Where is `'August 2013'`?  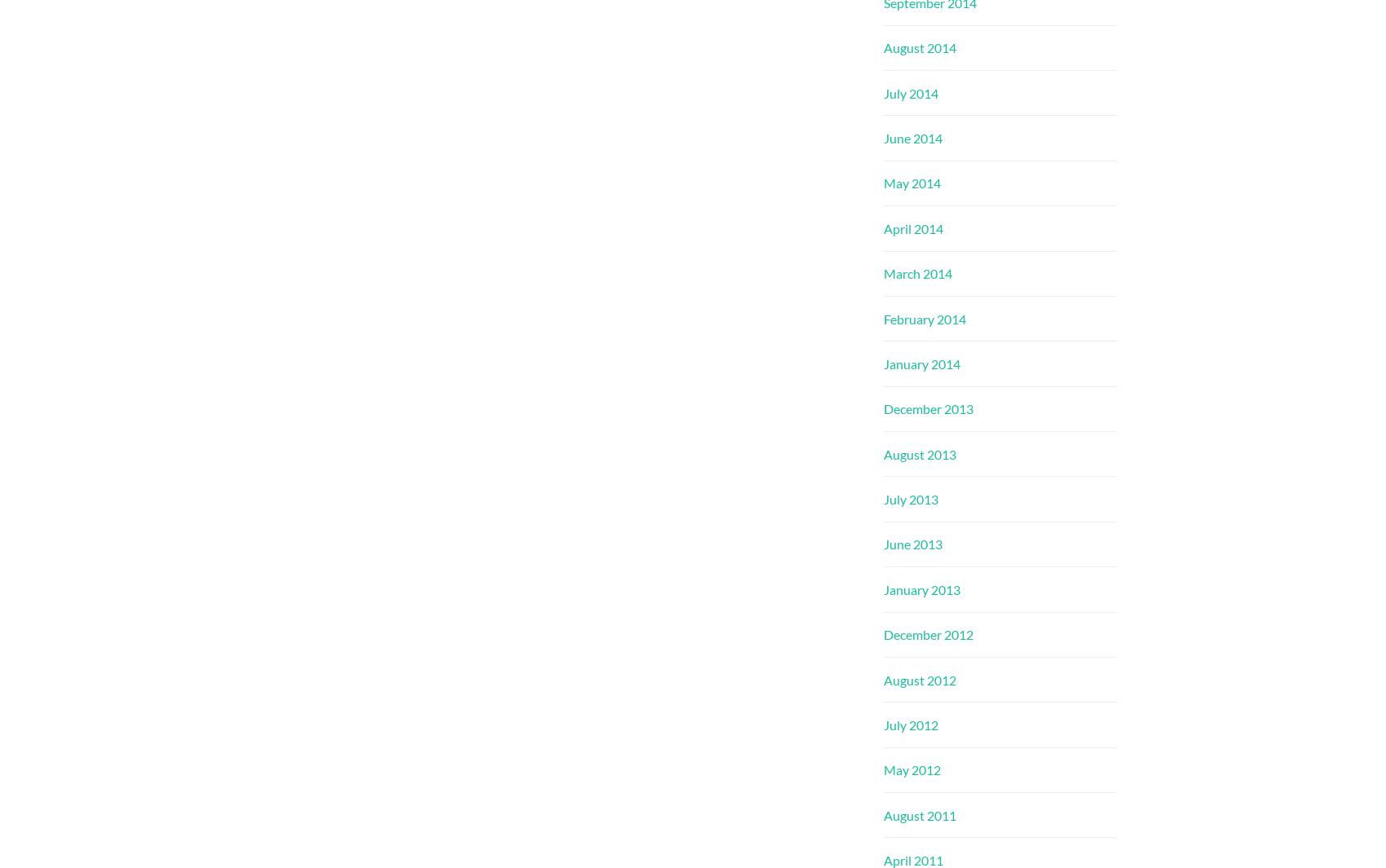
'August 2013' is located at coordinates (920, 453).